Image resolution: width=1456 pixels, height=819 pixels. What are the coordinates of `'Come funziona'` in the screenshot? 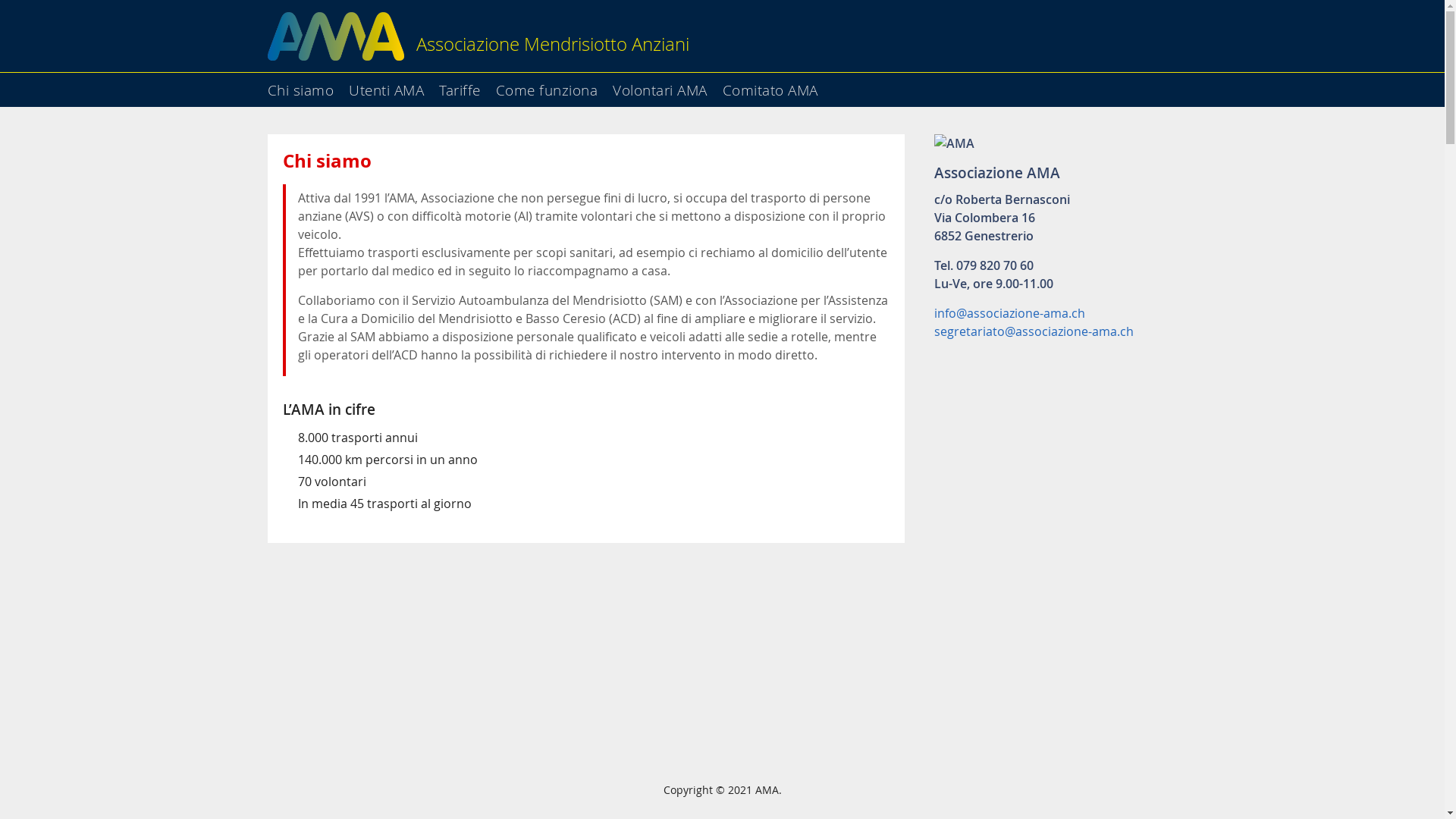 It's located at (495, 84).